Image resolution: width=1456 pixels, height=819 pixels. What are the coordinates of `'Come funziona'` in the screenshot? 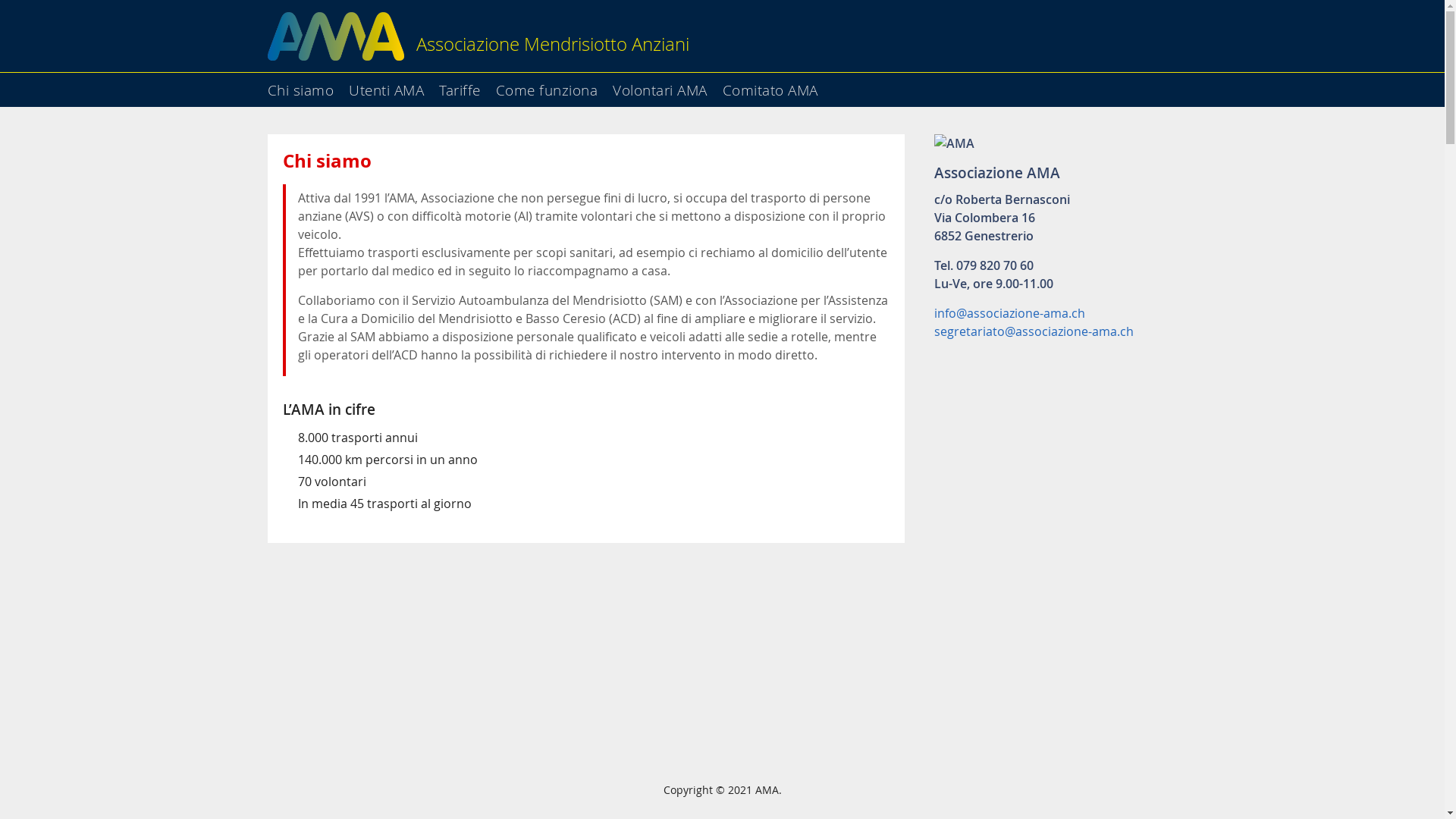 It's located at (495, 84).